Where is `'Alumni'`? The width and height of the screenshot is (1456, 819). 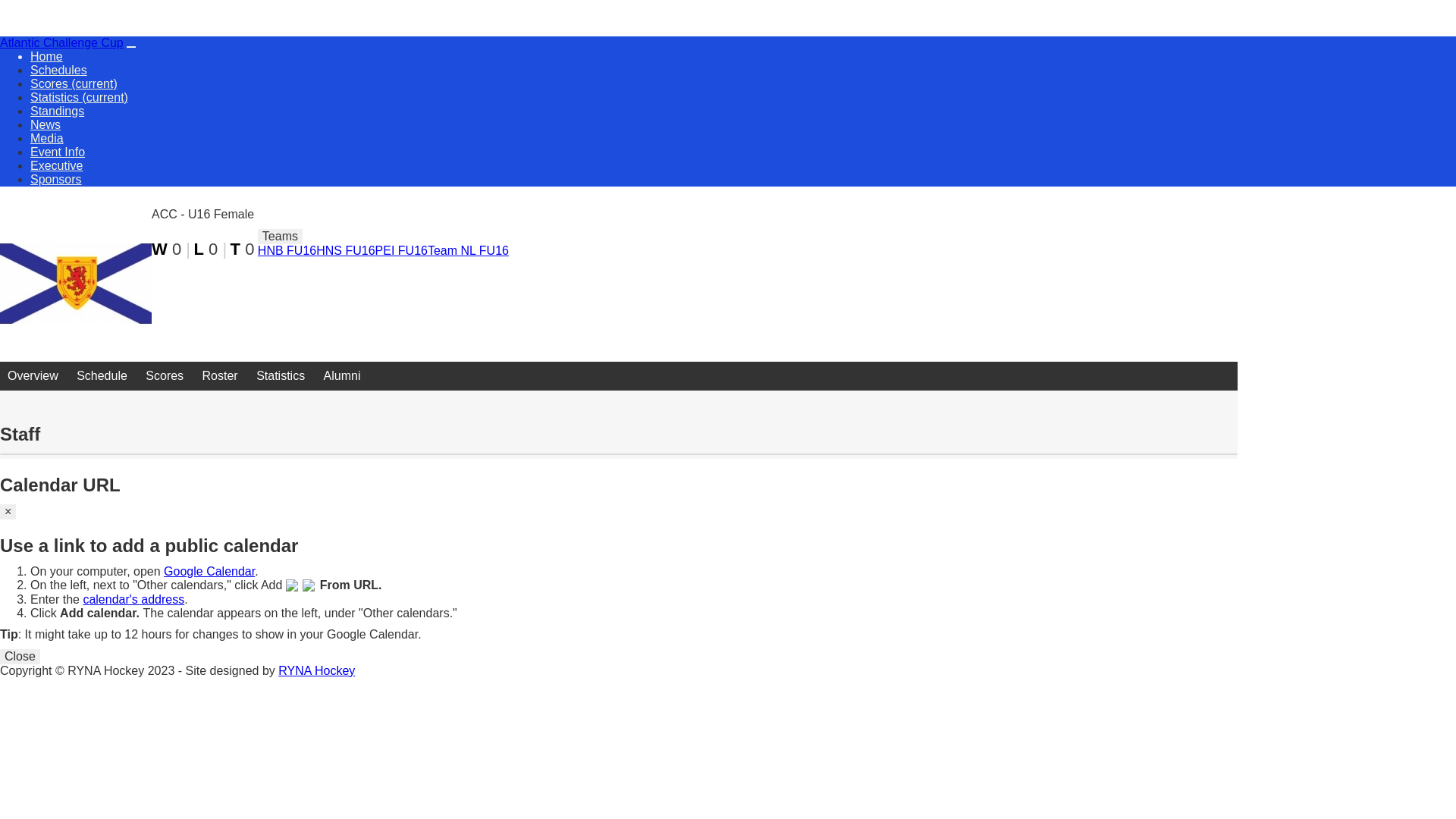 'Alumni' is located at coordinates (341, 375).